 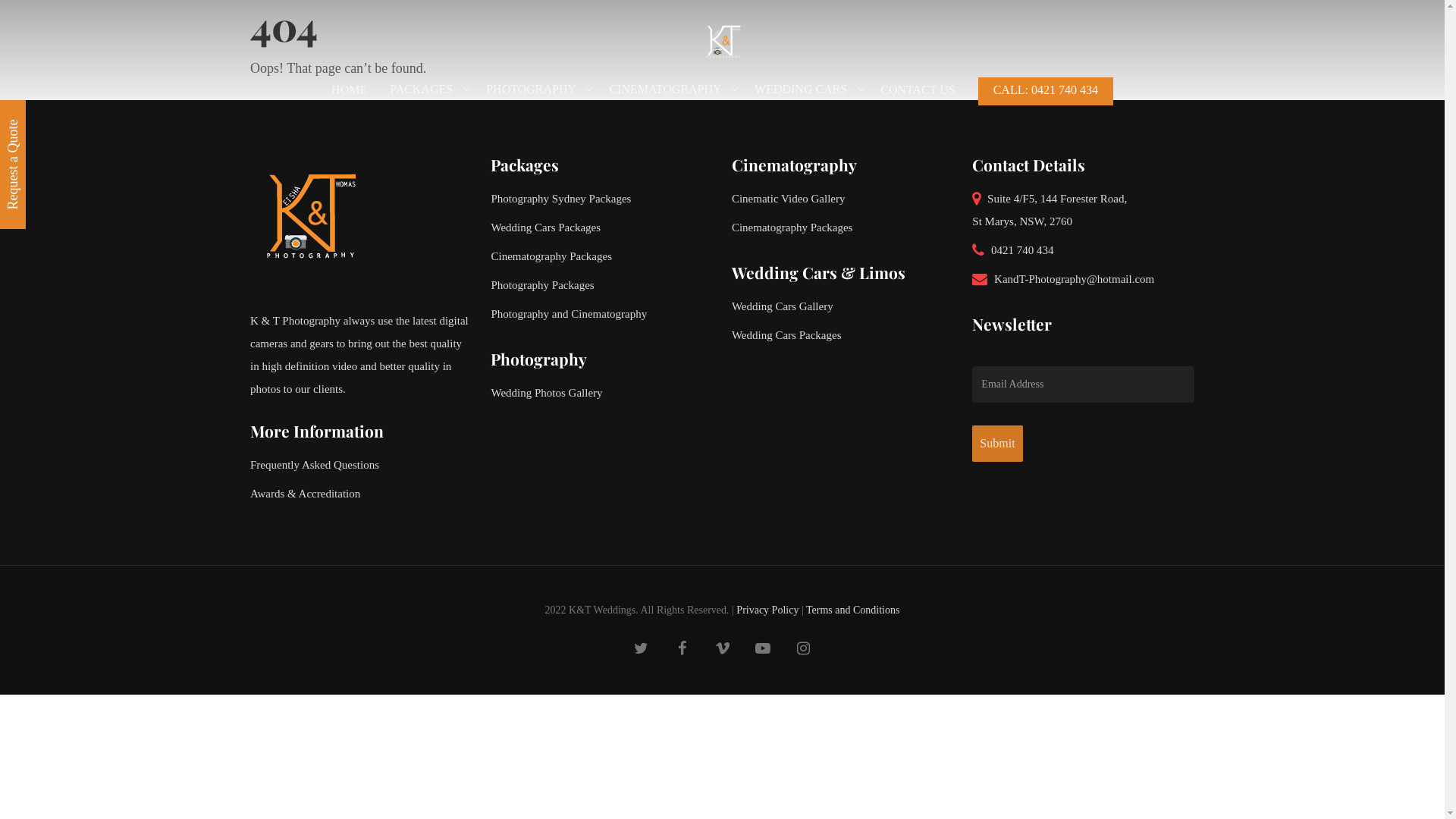 What do you see at coordinates (767, 609) in the screenshot?
I see `'Privacy Policy'` at bounding box center [767, 609].